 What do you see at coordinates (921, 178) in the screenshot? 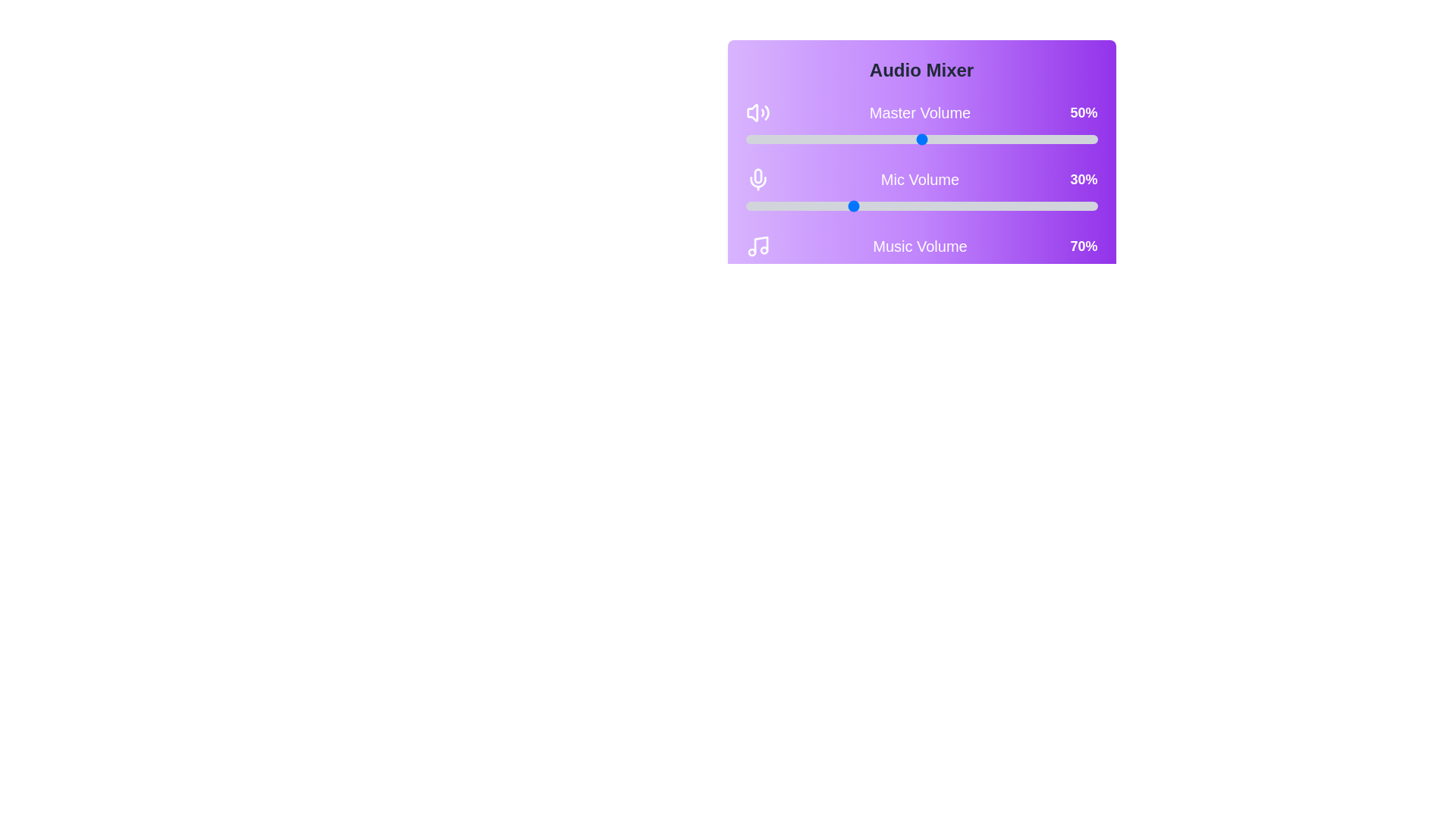
I see `the rounded rectangular panel with a gradient purple background that contains volume controls for 'Master Volume', 'Mic Volume', and 'Music Volume'` at bounding box center [921, 178].